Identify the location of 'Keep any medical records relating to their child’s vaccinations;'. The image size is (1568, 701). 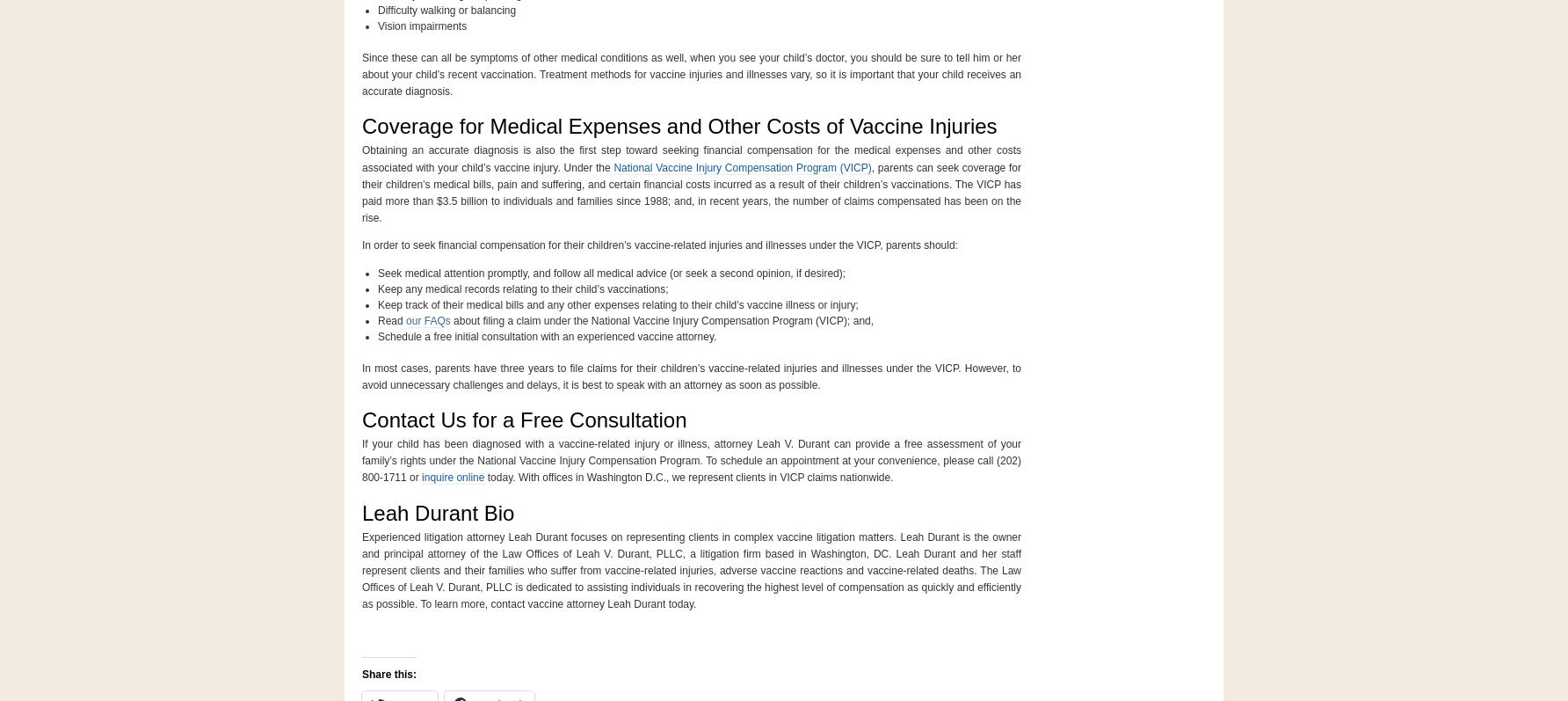
(521, 287).